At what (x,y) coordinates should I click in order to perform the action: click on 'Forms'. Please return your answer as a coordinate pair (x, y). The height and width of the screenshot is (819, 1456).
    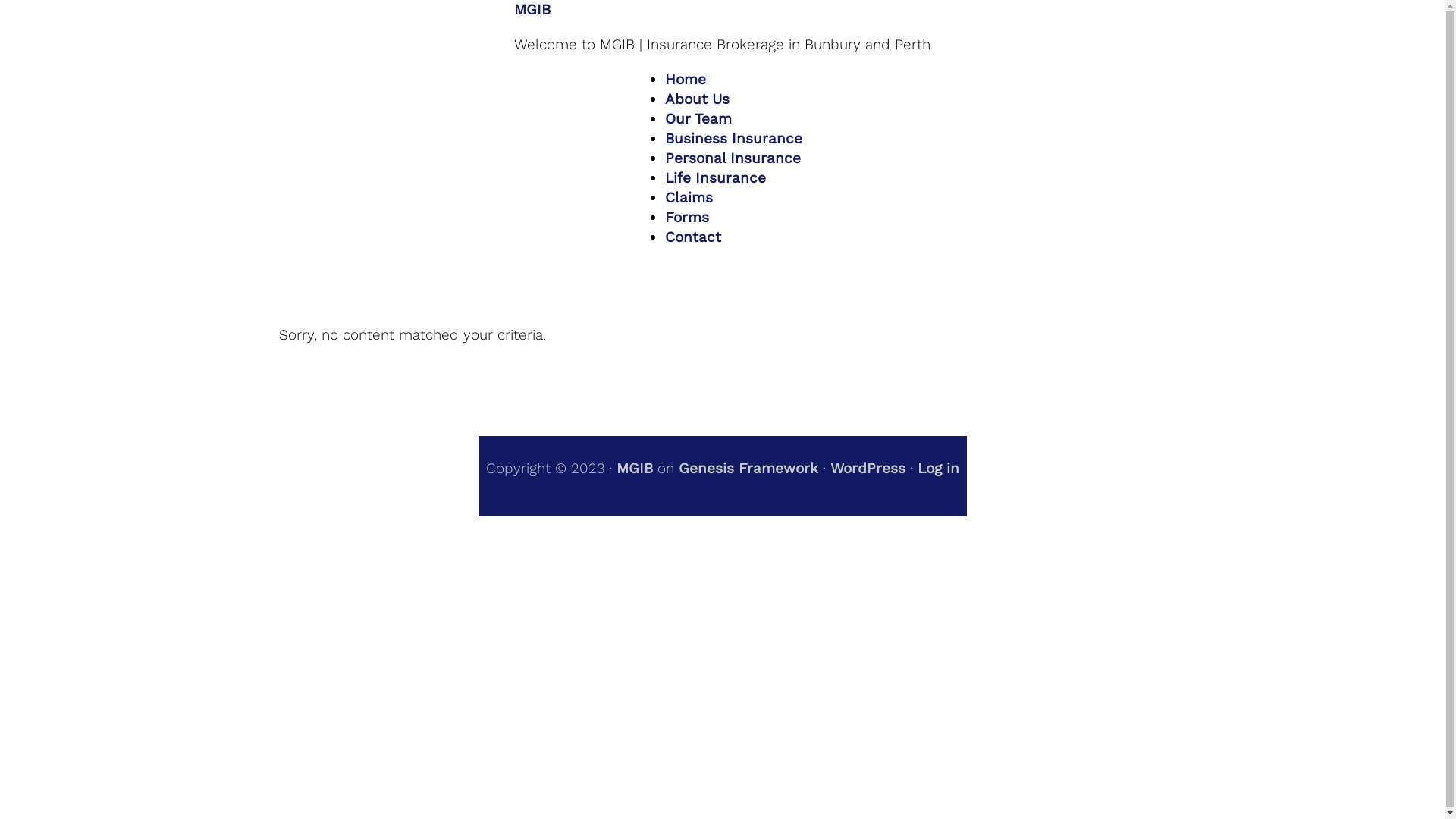
    Looking at the image, I should click on (686, 217).